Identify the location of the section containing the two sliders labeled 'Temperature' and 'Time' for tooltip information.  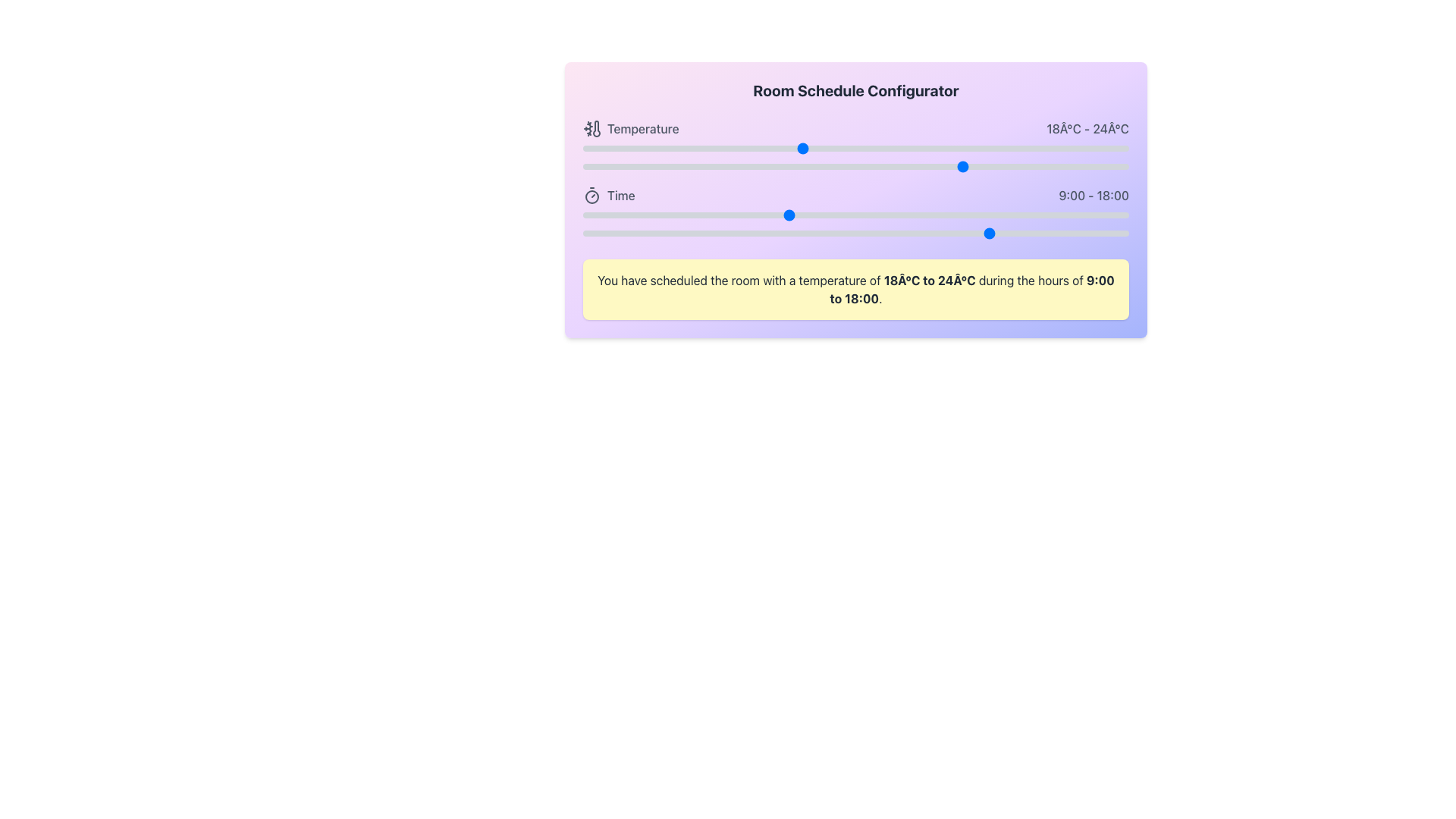
(855, 180).